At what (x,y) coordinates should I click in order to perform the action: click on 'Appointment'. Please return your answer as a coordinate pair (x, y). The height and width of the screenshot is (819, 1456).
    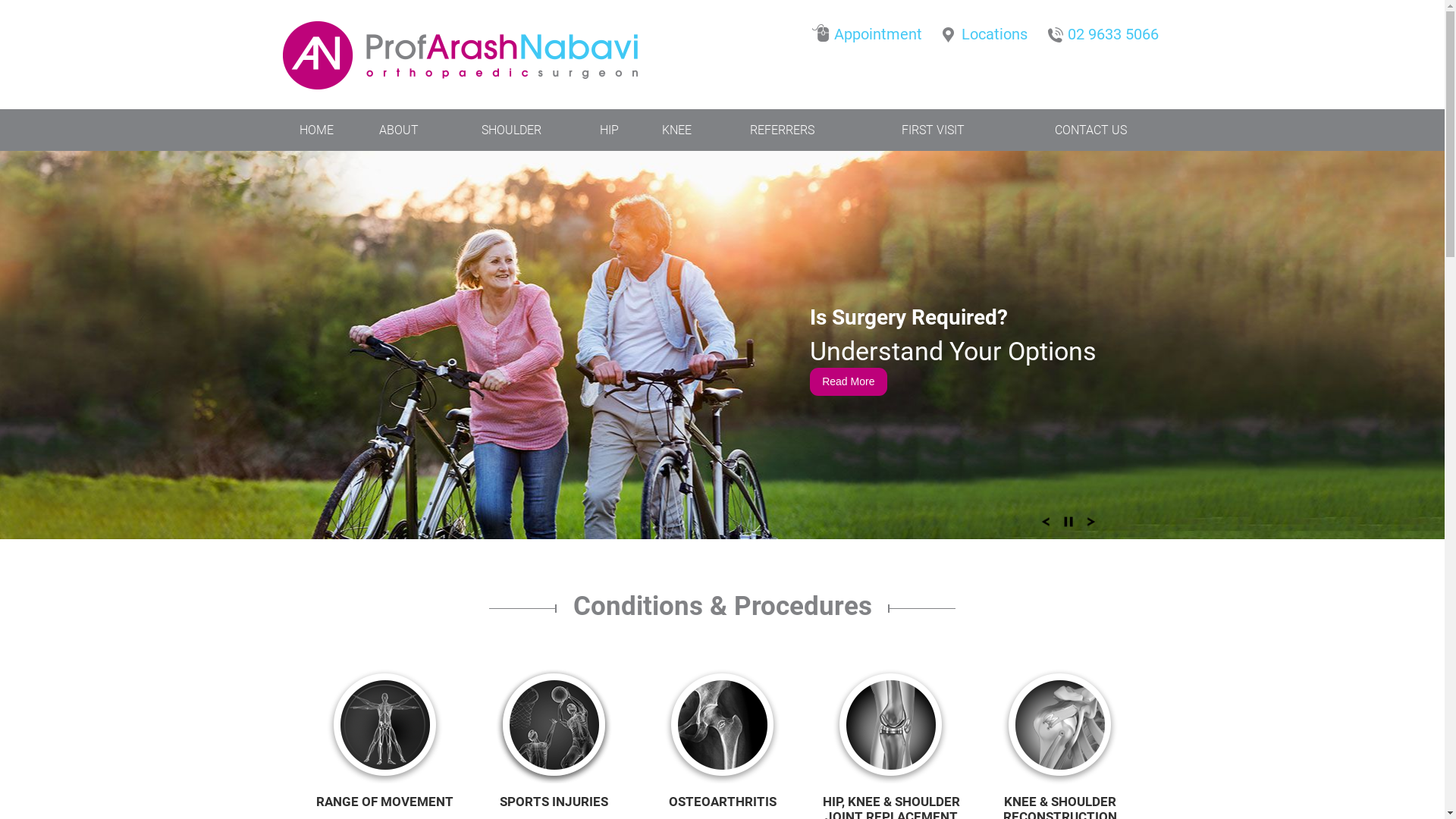
    Looking at the image, I should click on (870, 30).